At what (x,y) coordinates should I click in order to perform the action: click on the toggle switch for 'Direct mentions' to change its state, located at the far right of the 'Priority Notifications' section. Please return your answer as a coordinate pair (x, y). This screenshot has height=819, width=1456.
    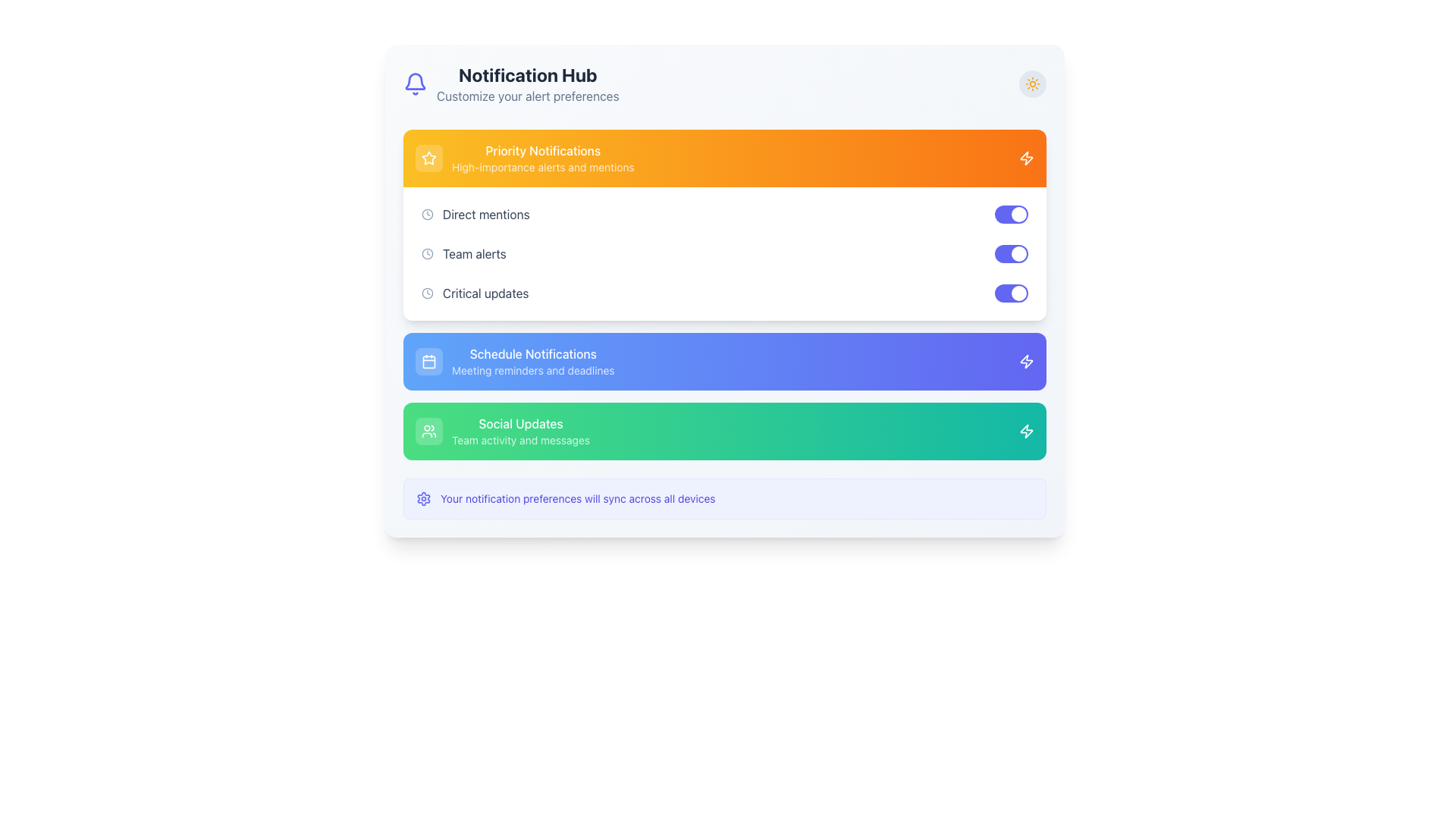
    Looking at the image, I should click on (1012, 214).